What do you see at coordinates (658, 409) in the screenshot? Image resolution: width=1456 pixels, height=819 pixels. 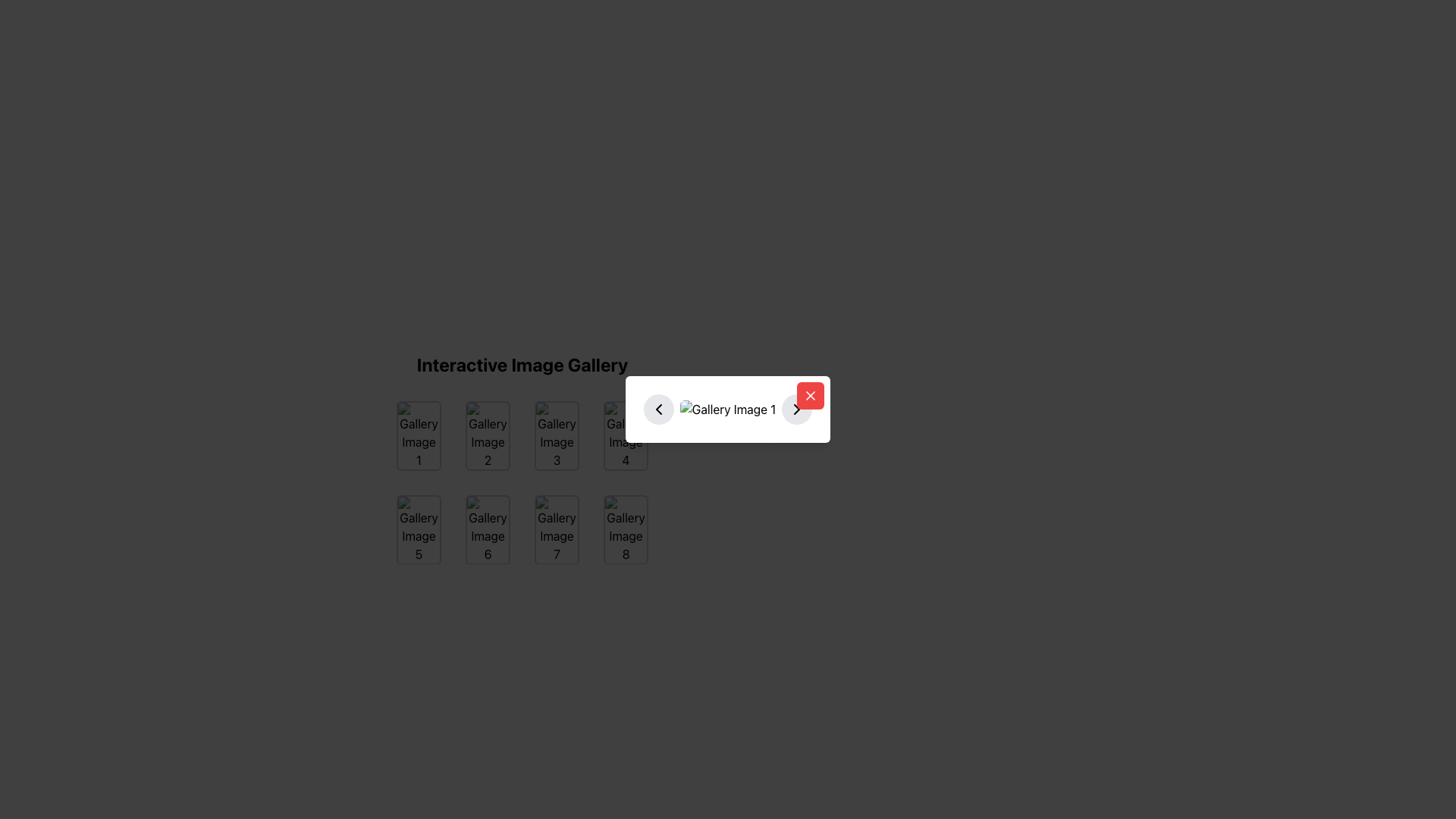 I see `the circular button with a light gray background and a black left-facing chevron symbol, located to the left of 'Gallery Image 1', to observe its styling change` at bounding box center [658, 409].